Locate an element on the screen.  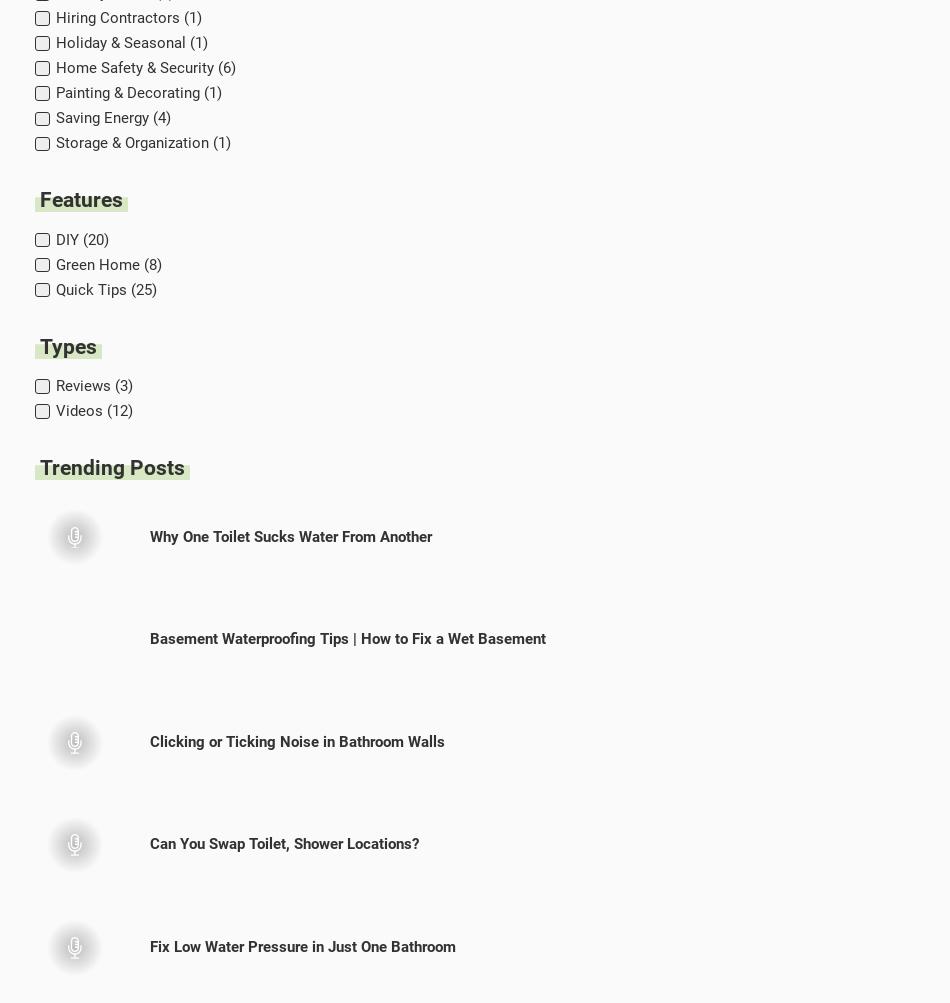
'Clicking or Ticking Noise in Bathroom Walls' is located at coordinates (296, 740).